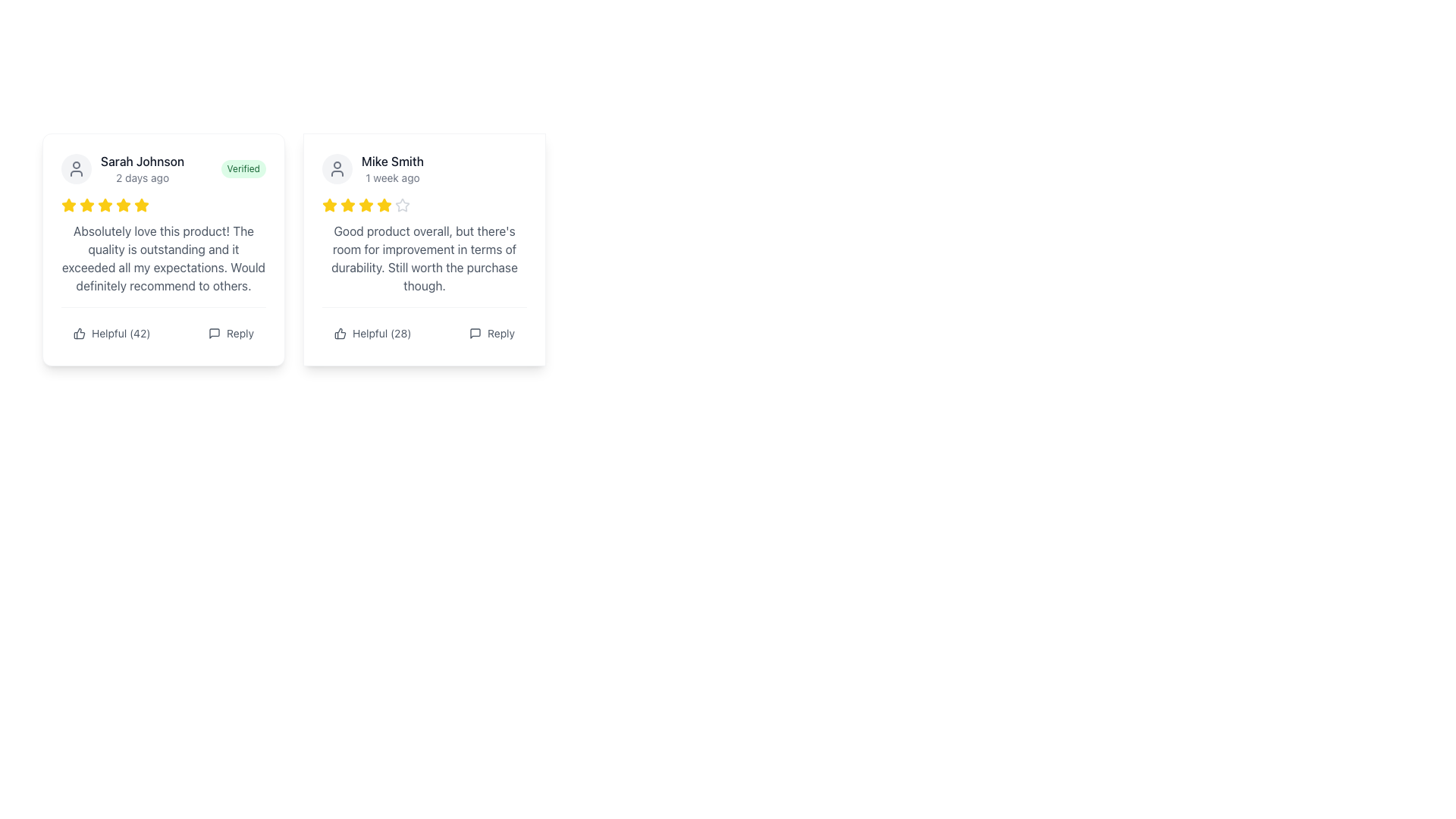 Image resolution: width=1456 pixels, height=819 pixels. What do you see at coordinates (347, 205) in the screenshot?
I see `the third yellow star icon in the rating row of Mike Smith's review card to interact with it` at bounding box center [347, 205].